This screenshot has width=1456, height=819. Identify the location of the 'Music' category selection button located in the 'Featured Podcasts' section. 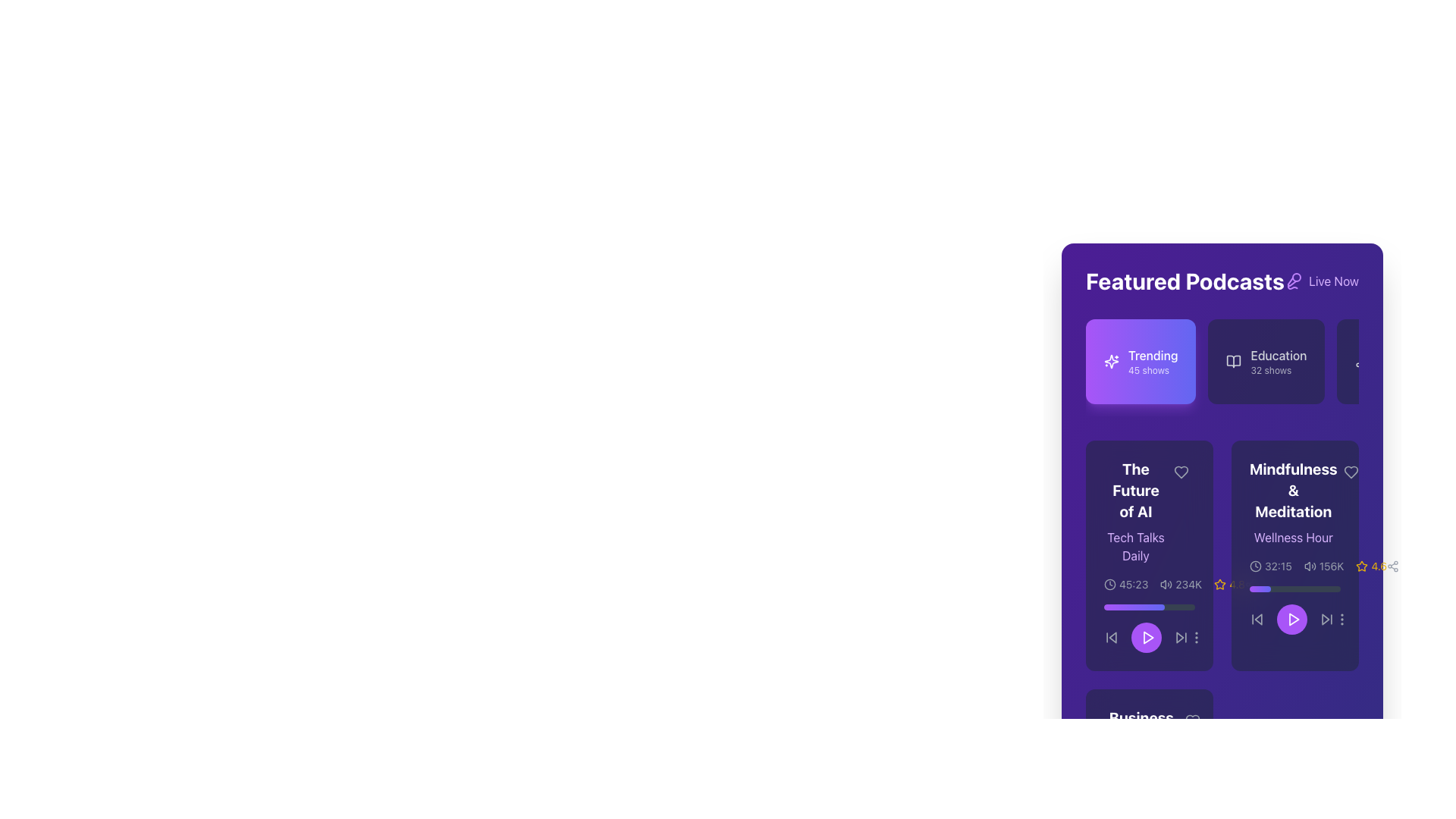
(1384, 362).